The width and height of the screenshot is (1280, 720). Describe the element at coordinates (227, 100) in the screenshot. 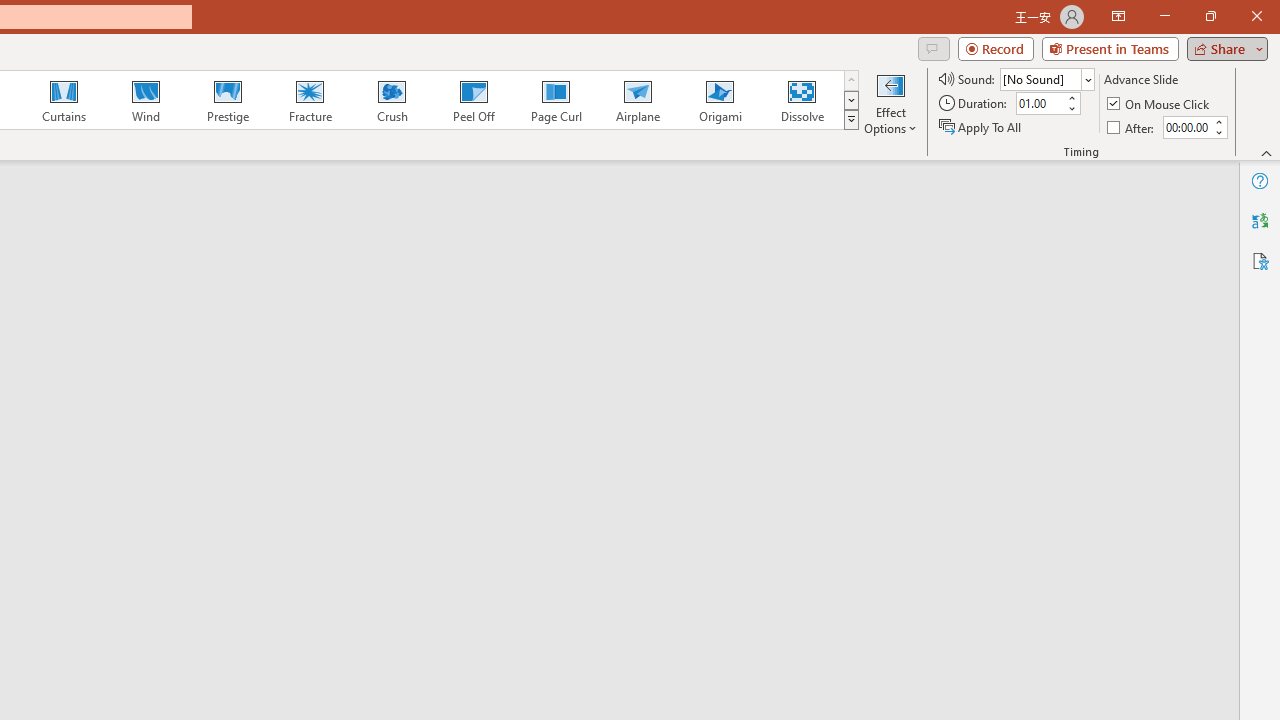

I see `'Prestige'` at that location.